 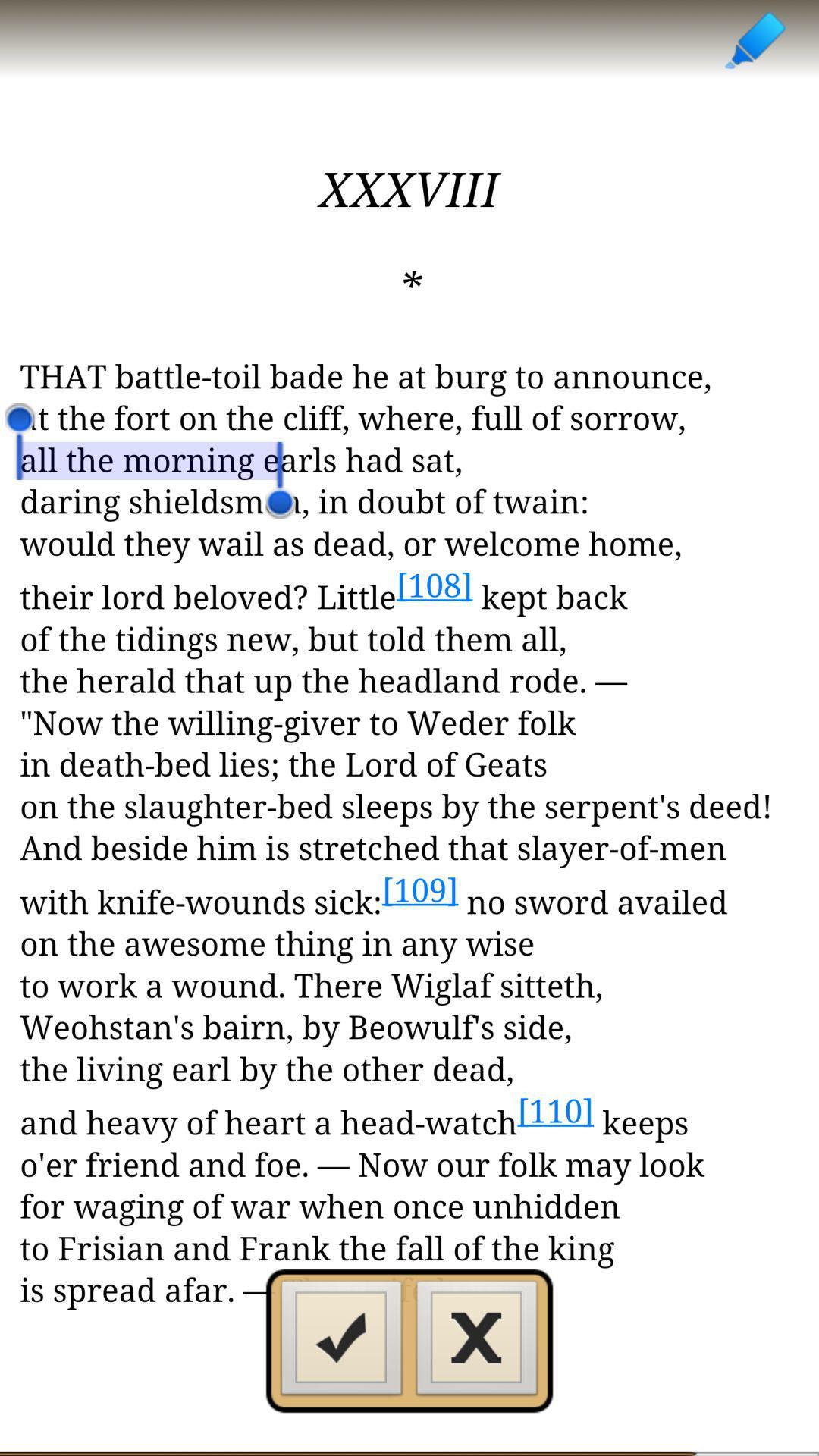 What do you see at coordinates (754, 39) in the screenshot?
I see `take a note` at bounding box center [754, 39].